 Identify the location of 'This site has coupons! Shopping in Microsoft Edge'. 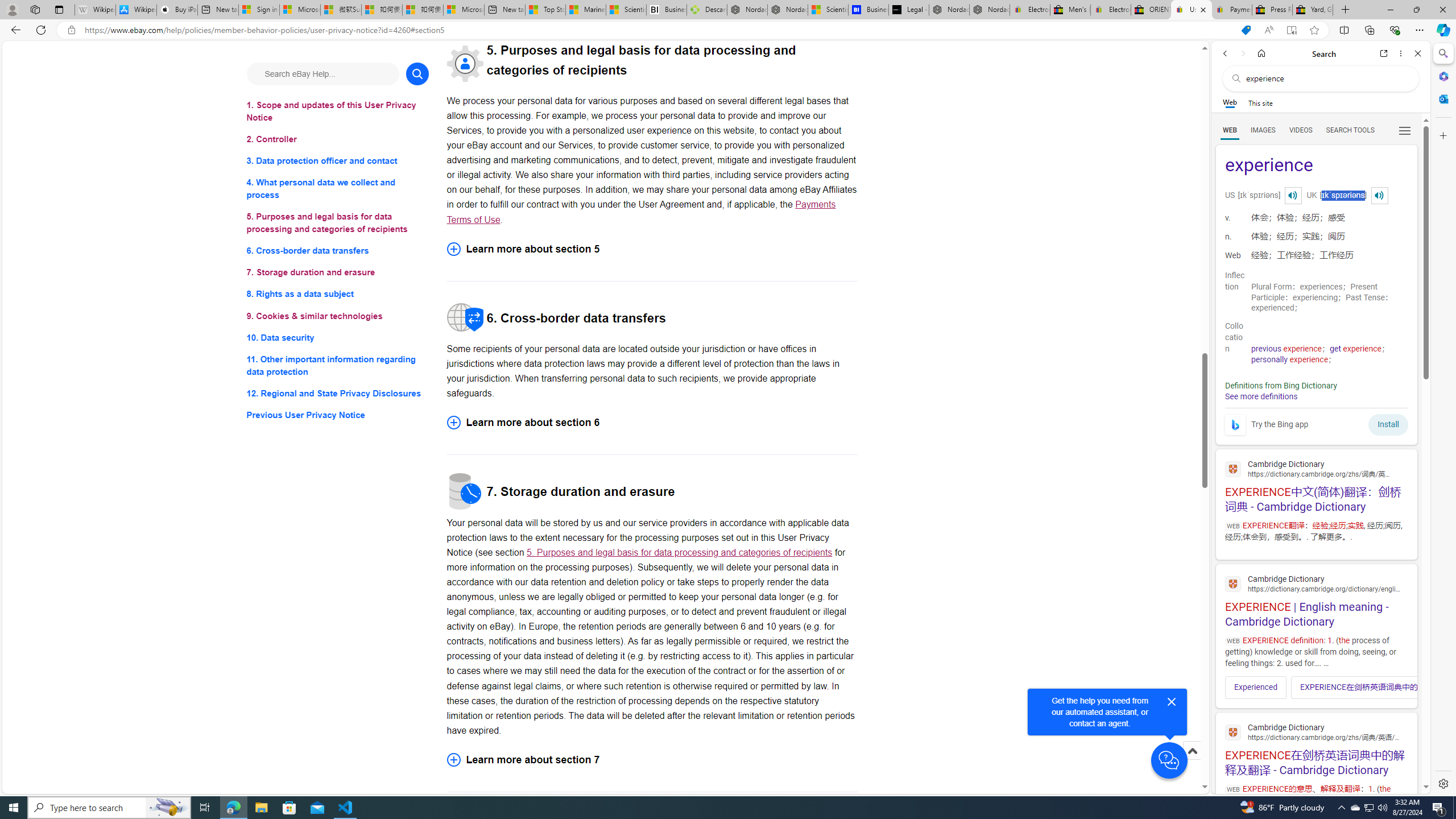
(1246, 30).